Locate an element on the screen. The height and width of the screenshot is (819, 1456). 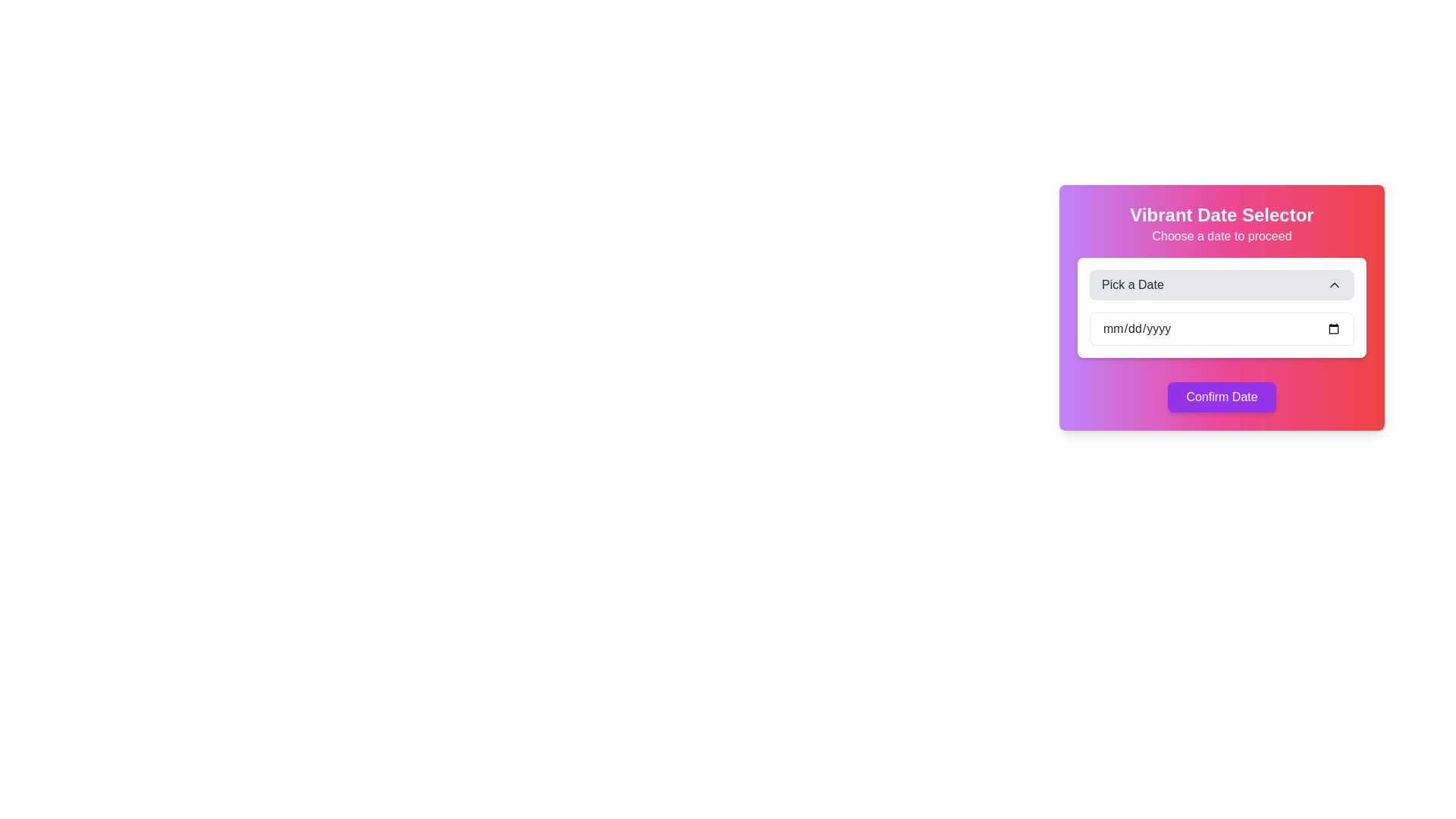
the purple button with rounded corners labeled 'Confirm Date' is located at coordinates (1222, 397).